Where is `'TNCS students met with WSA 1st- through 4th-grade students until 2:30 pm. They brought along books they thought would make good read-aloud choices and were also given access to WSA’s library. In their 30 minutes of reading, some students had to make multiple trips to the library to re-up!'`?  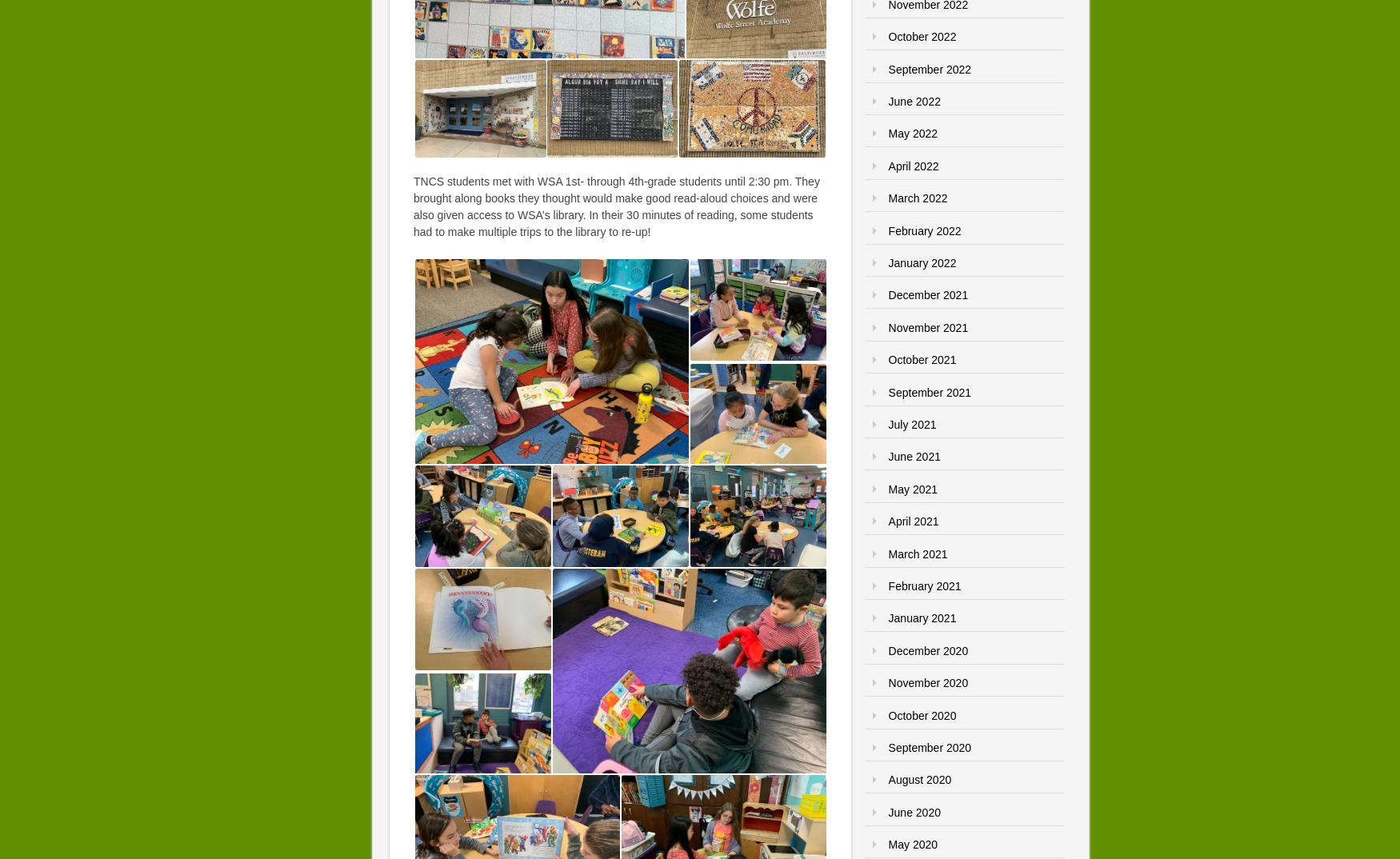 'TNCS students met with WSA 1st- through 4th-grade students until 2:30 pm. They brought along books they thought would make good read-aloud choices and were also given access to WSA’s library. In their 30 minutes of reading, some students had to make multiple trips to the library to re-up!' is located at coordinates (615, 205).